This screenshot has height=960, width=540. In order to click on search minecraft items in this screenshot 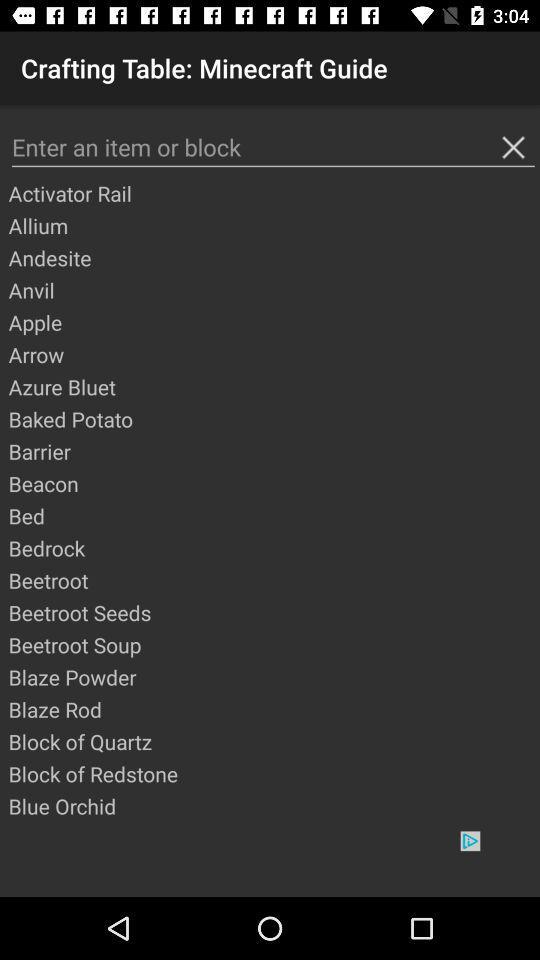, I will do `click(272, 146)`.